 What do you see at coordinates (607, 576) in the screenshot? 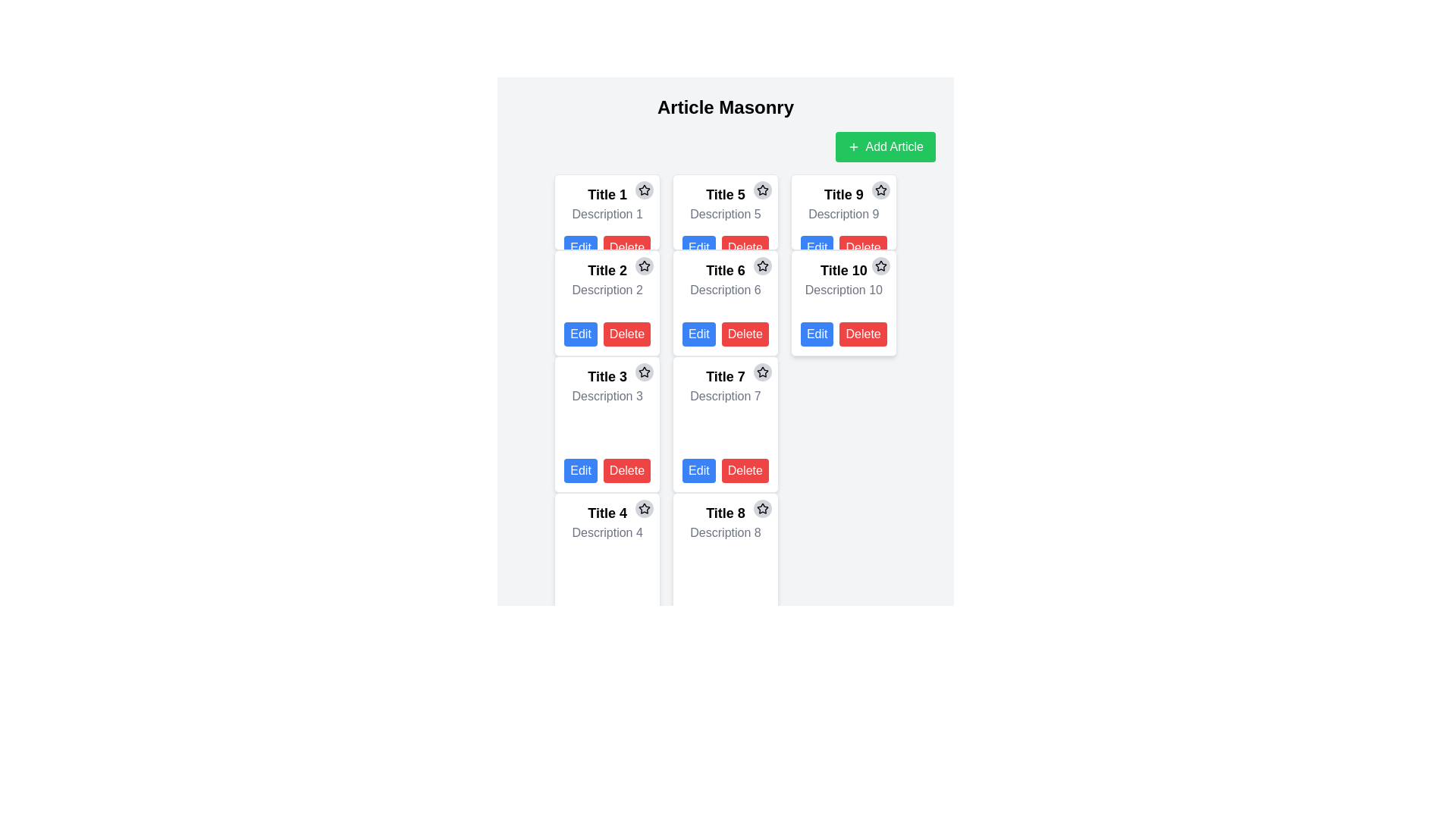
I see `the fourth card in the list, which is located in the leftmost column of the fourth row` at bounding box center [607, 576].